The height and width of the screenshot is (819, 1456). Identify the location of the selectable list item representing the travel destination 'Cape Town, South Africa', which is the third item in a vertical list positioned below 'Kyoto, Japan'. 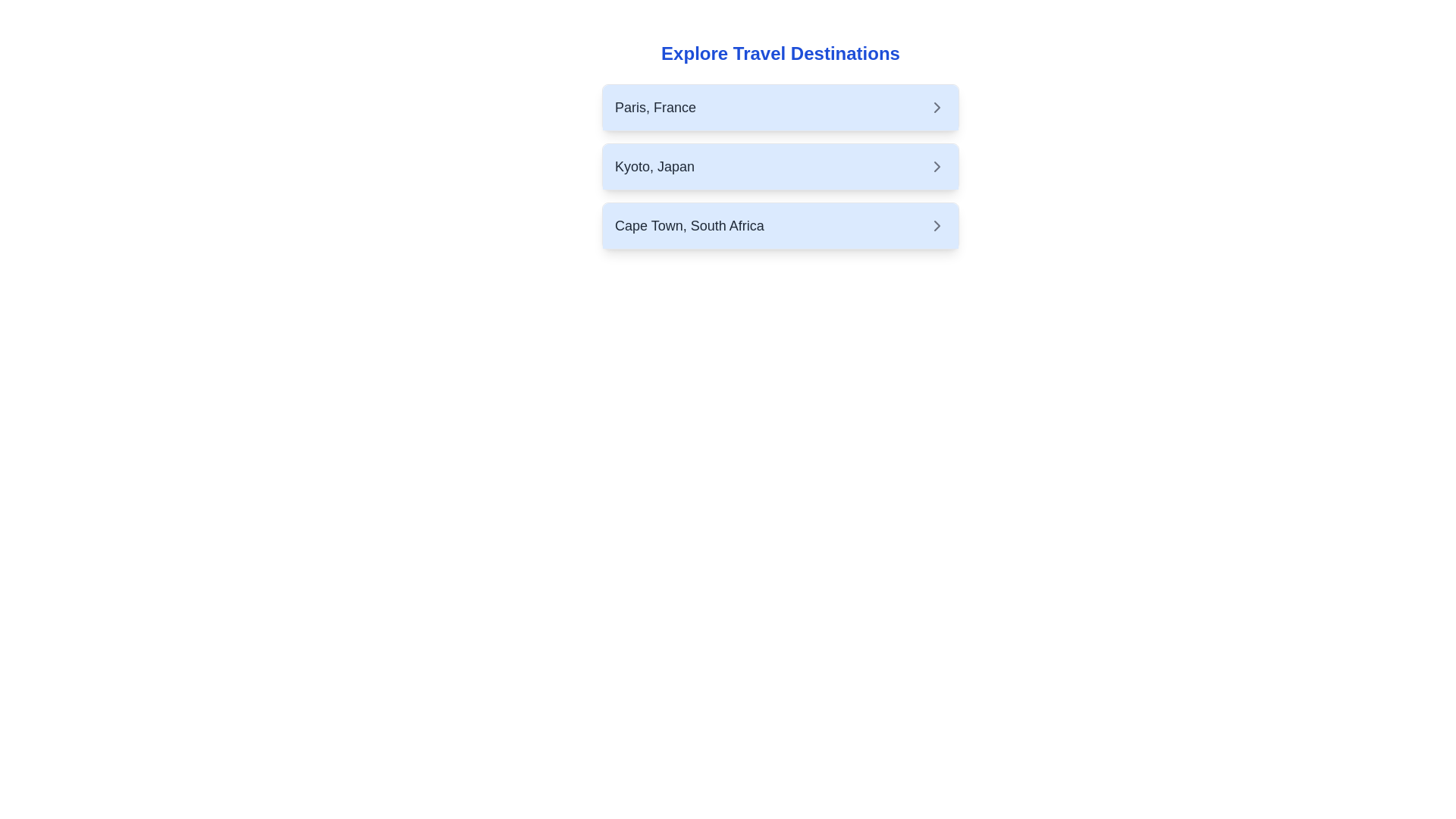
(780, 225).